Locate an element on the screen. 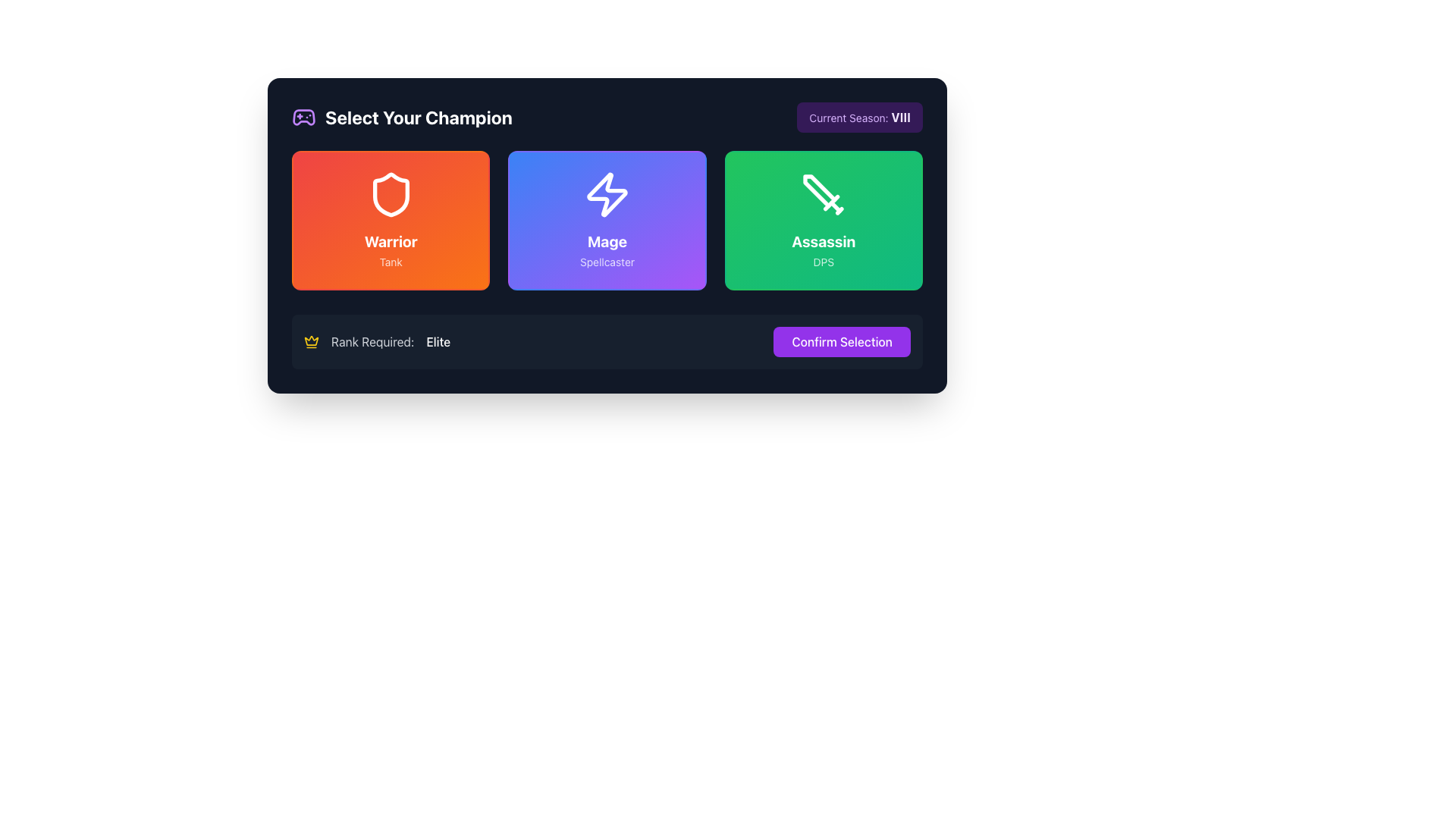  the 'Mage' character role selection card is located at coordinates (607, 220).